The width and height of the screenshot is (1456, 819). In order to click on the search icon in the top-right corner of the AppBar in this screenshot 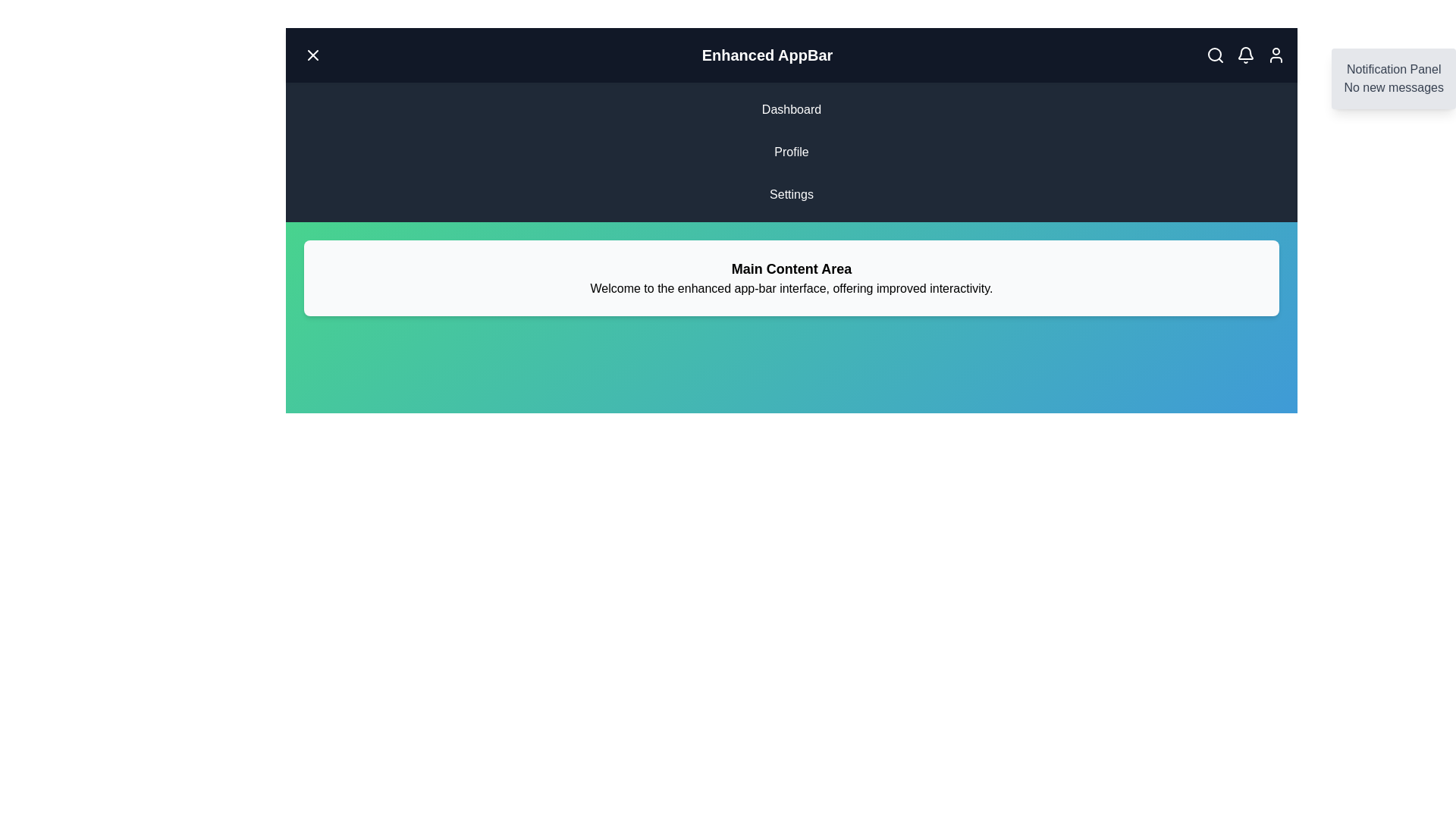, I will do `click(1216, 55)`.